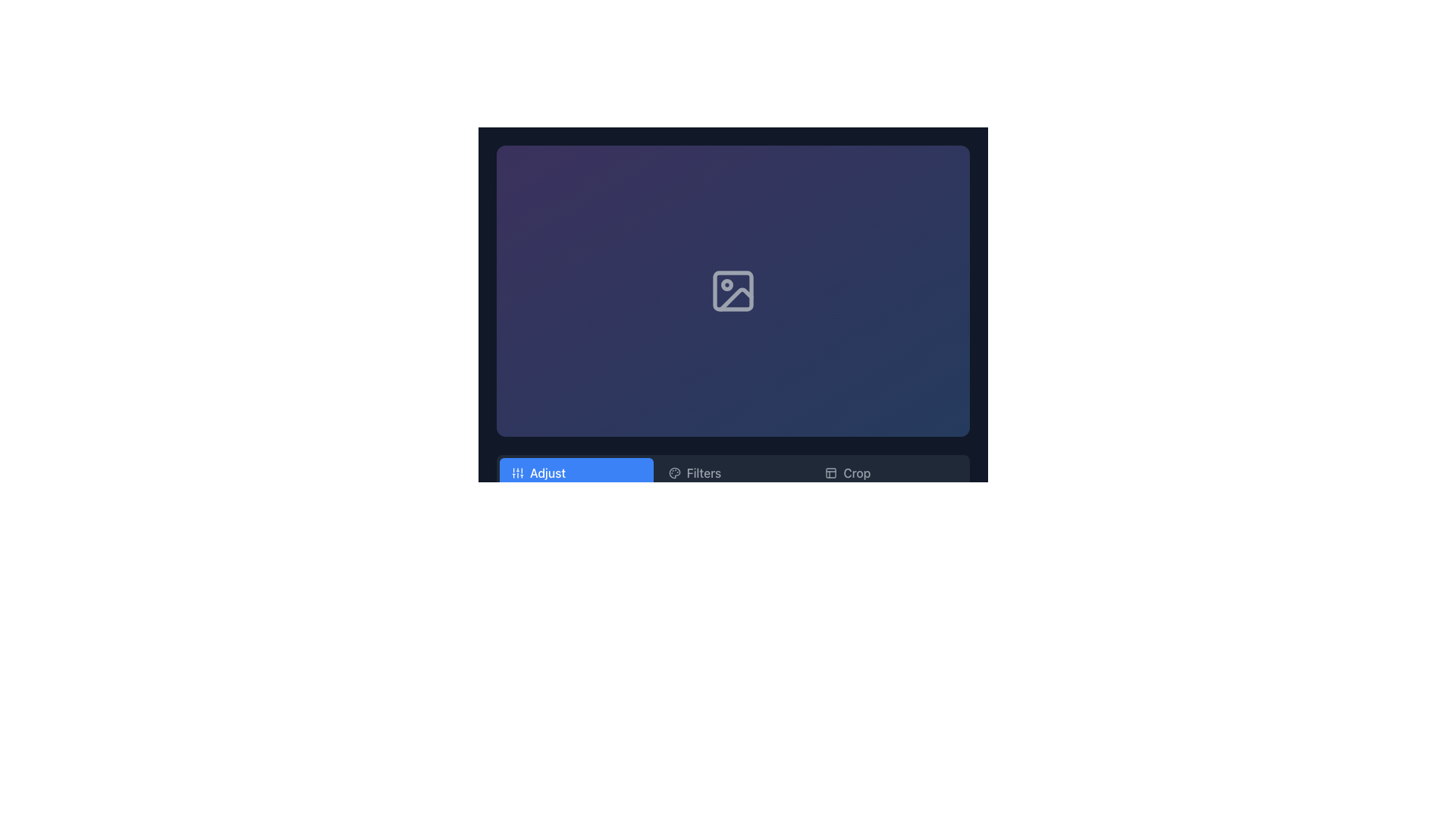  Describe the element at coordinates (733, 472) in the screenshot. I see `the 'Filters' segment of the horizontal navigation menu bar, which has a grayish background and rounded corners` at that location.